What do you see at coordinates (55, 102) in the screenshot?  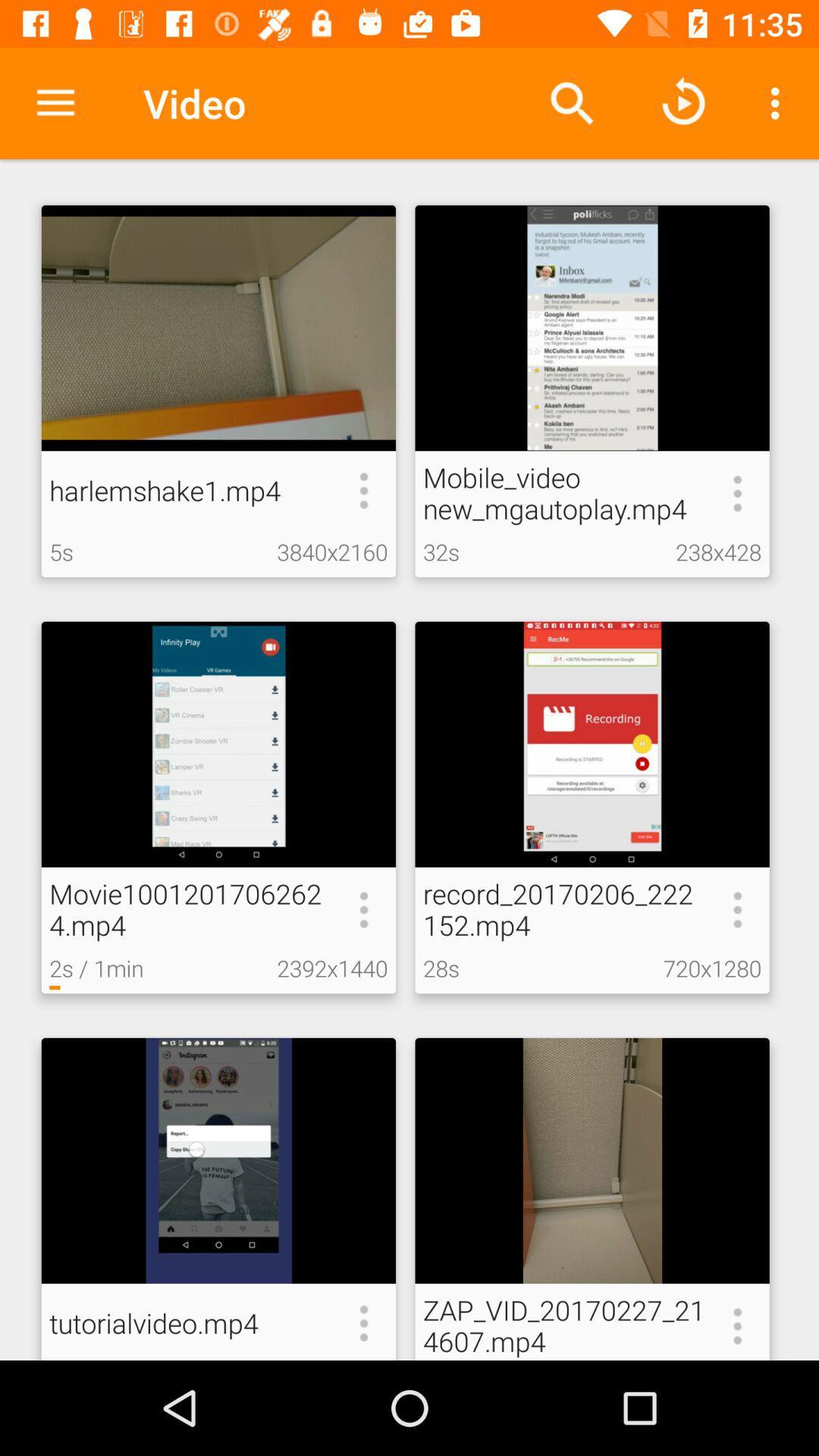 I see `the icon to the left of the video` at bounding box center [55, 102].